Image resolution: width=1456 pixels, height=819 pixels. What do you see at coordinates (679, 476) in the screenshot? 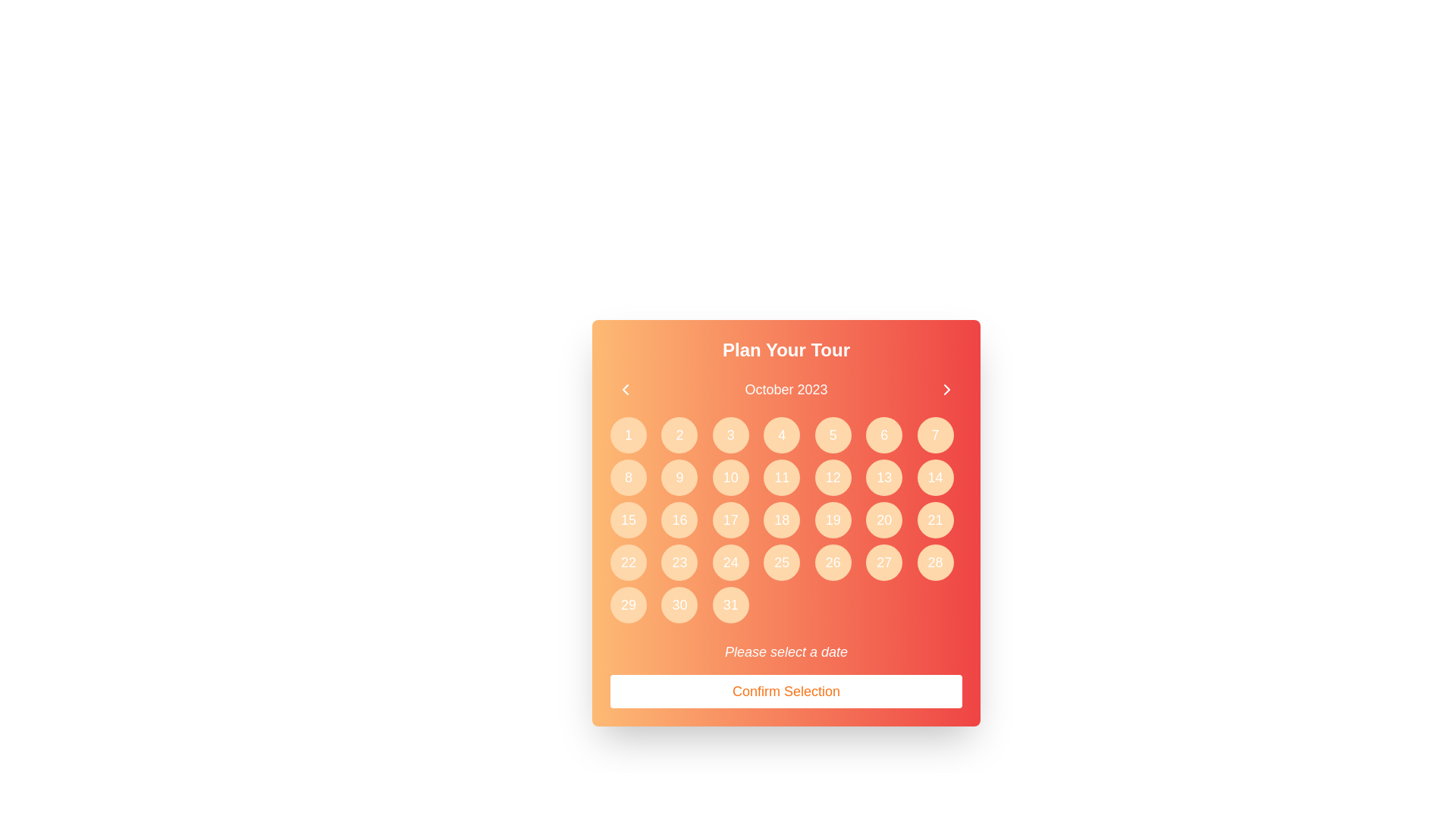
I see `the circular button labeled with the number '9'` at bounding box center [679, 476].